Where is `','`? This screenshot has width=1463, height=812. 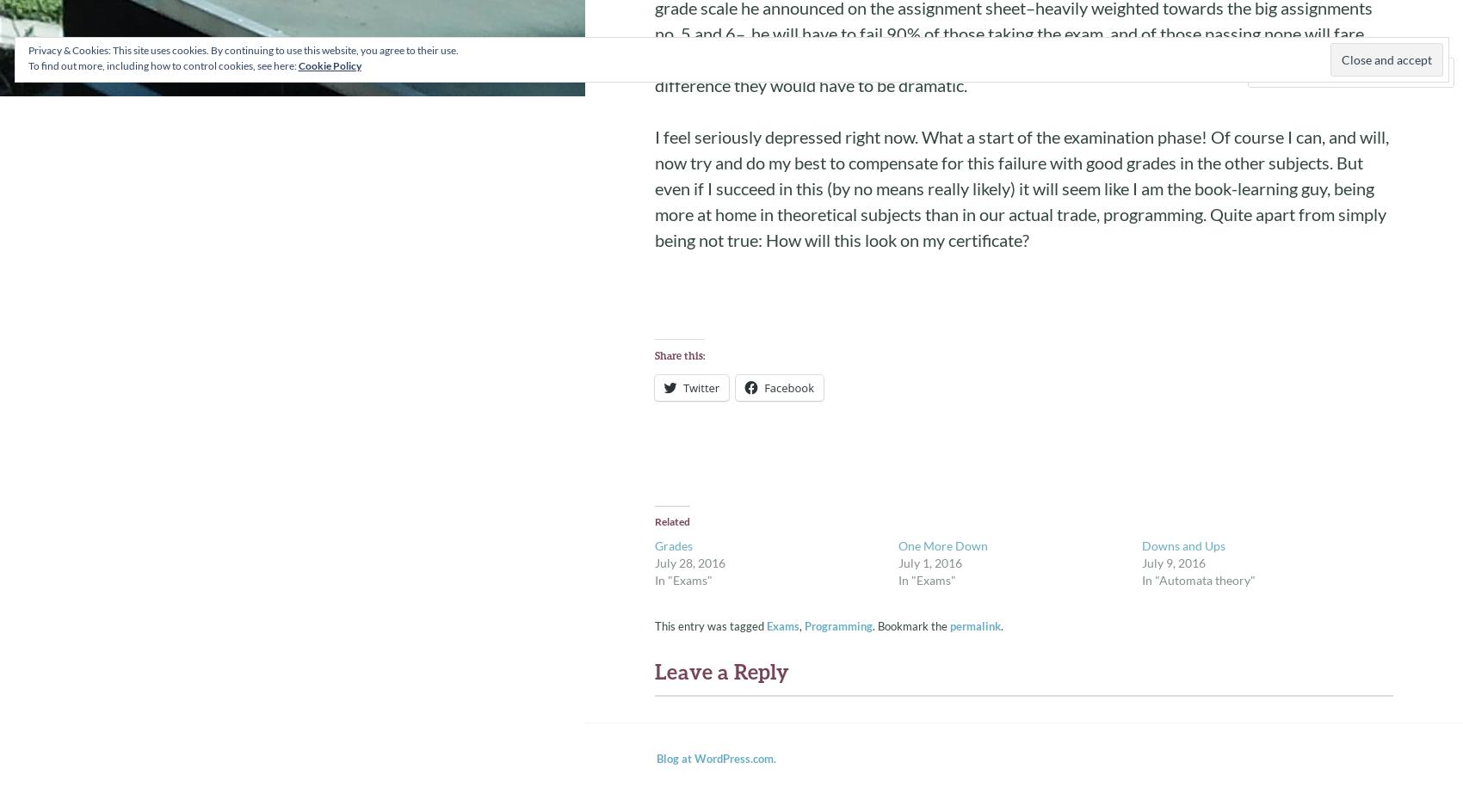 ',' is located at coordinates (801, 626).